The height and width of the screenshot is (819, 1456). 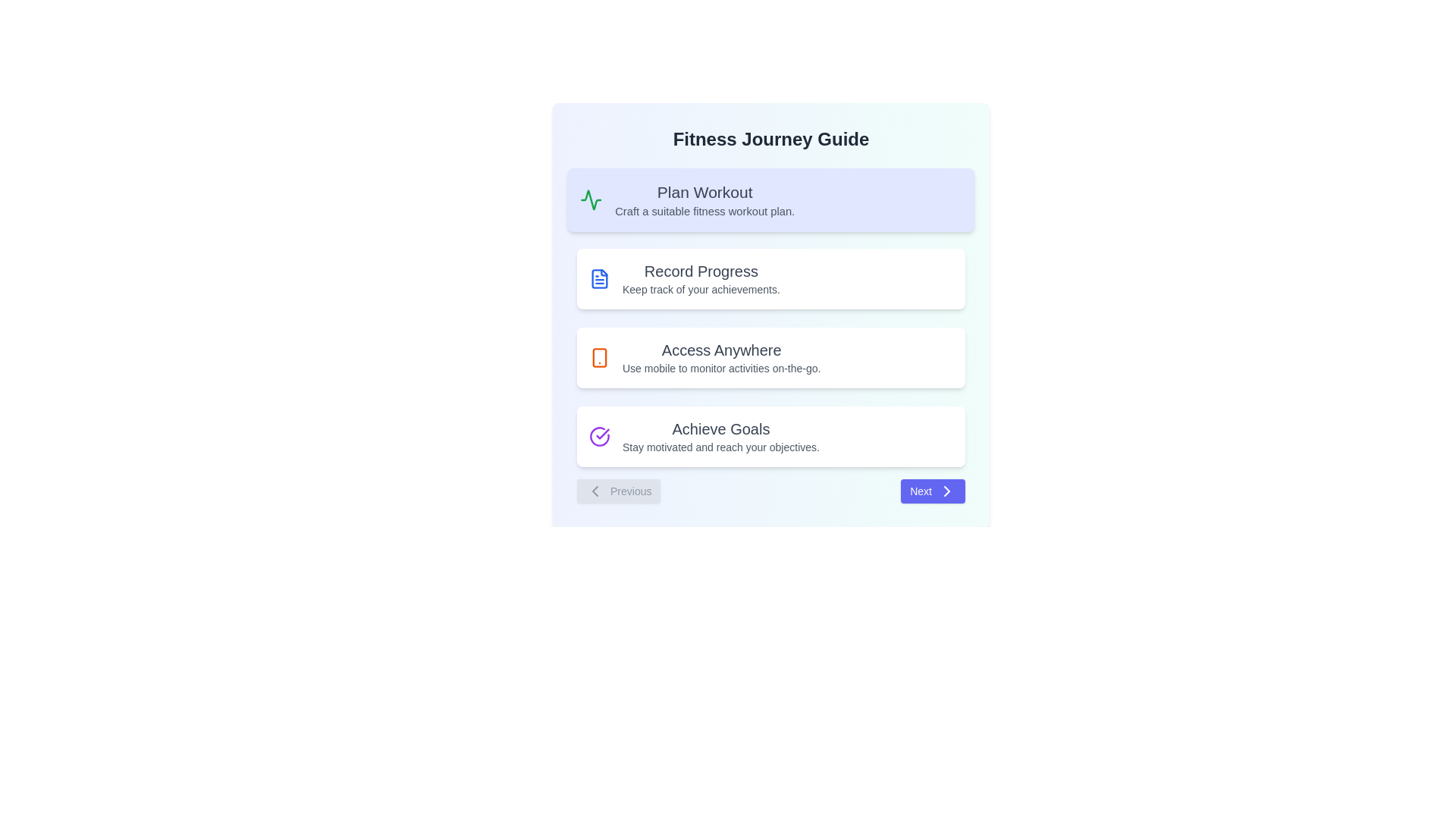 I want to click on the title text element positioned at the top of the 'Access Anywhere' section, which summarizes the content of the section, so click(x=720, y=350).